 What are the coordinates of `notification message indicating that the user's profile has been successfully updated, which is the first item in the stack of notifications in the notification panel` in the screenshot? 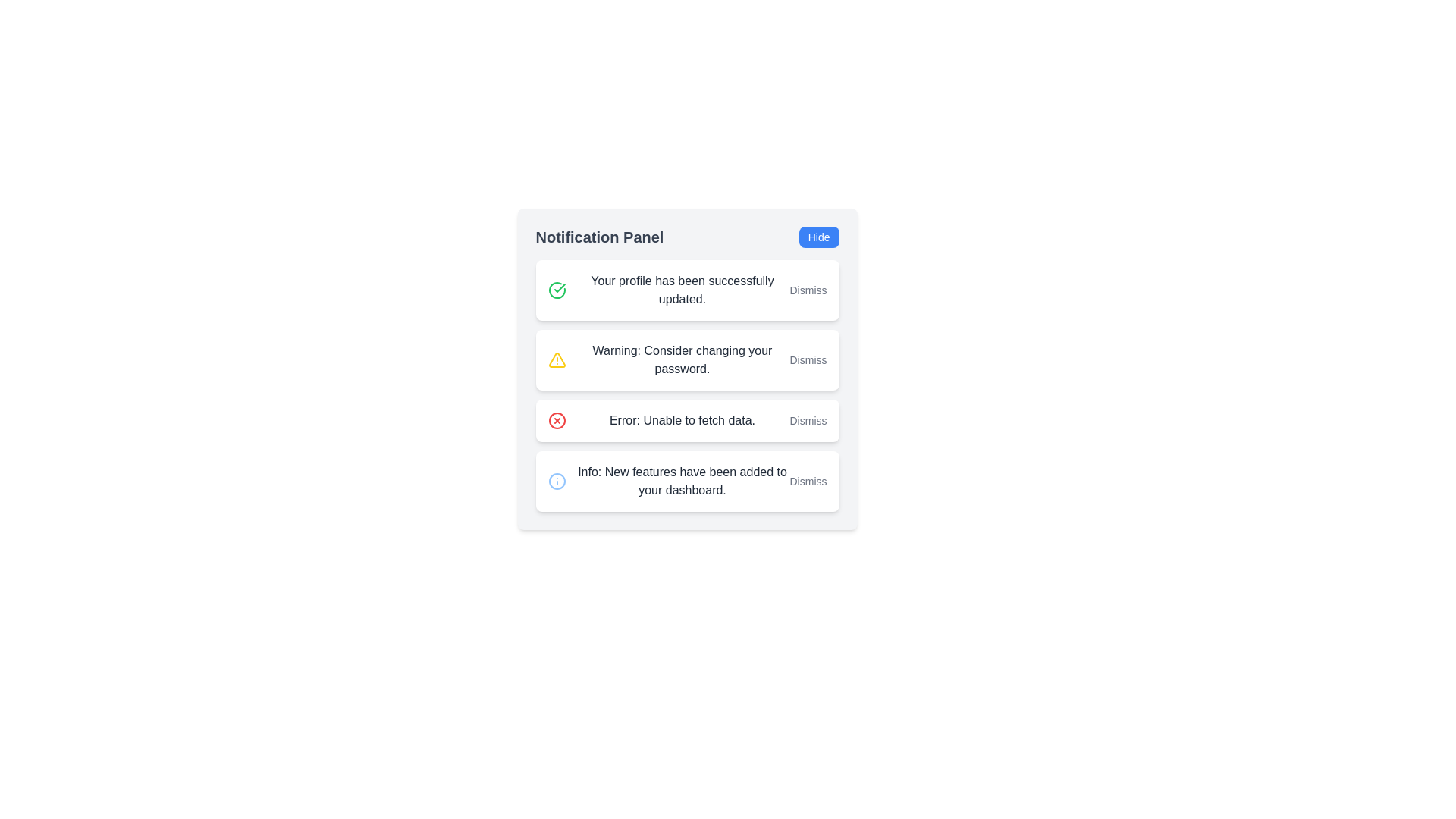 It's located at (686, 290).